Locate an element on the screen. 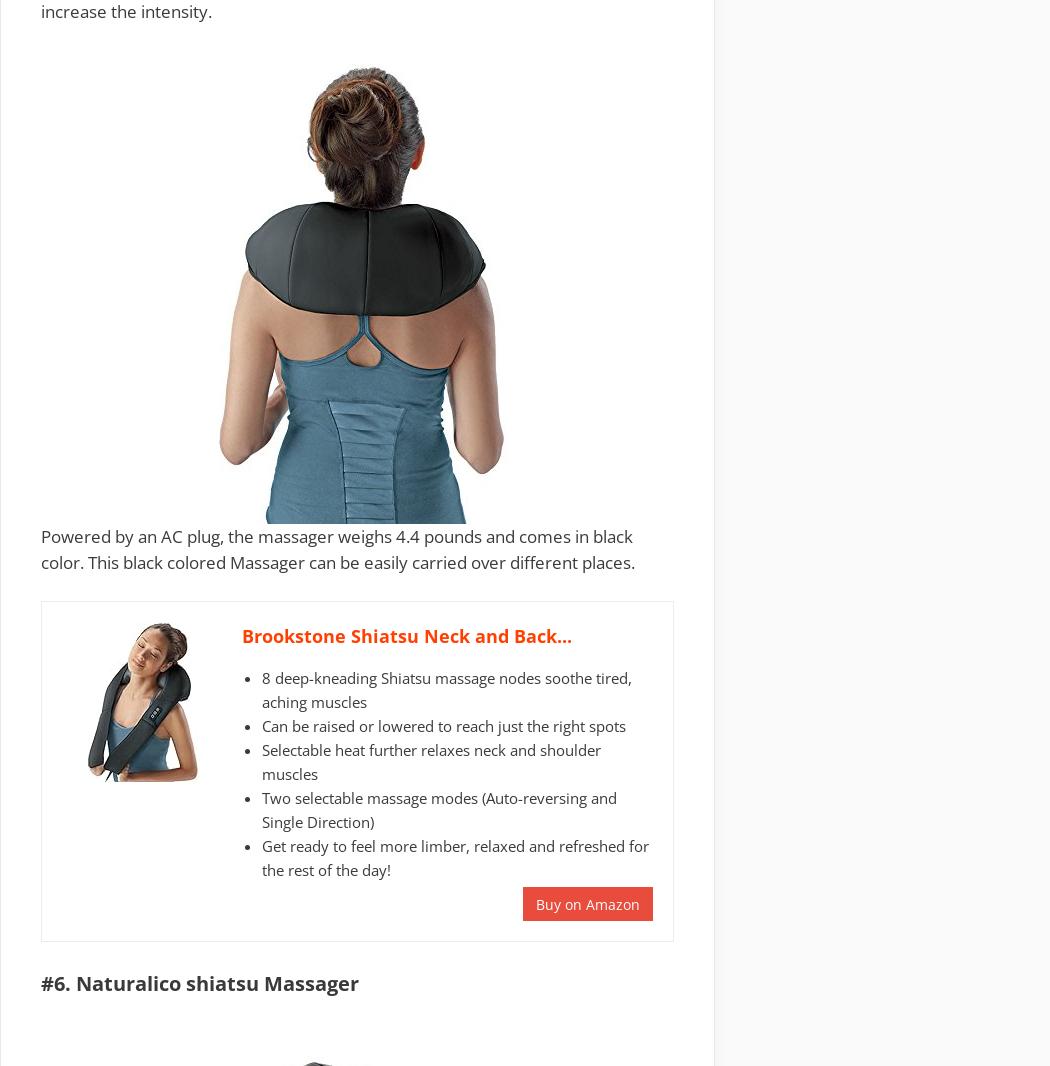  'Can be raised or lowered to reach just the right spots' is located at coordinates (443, 723).